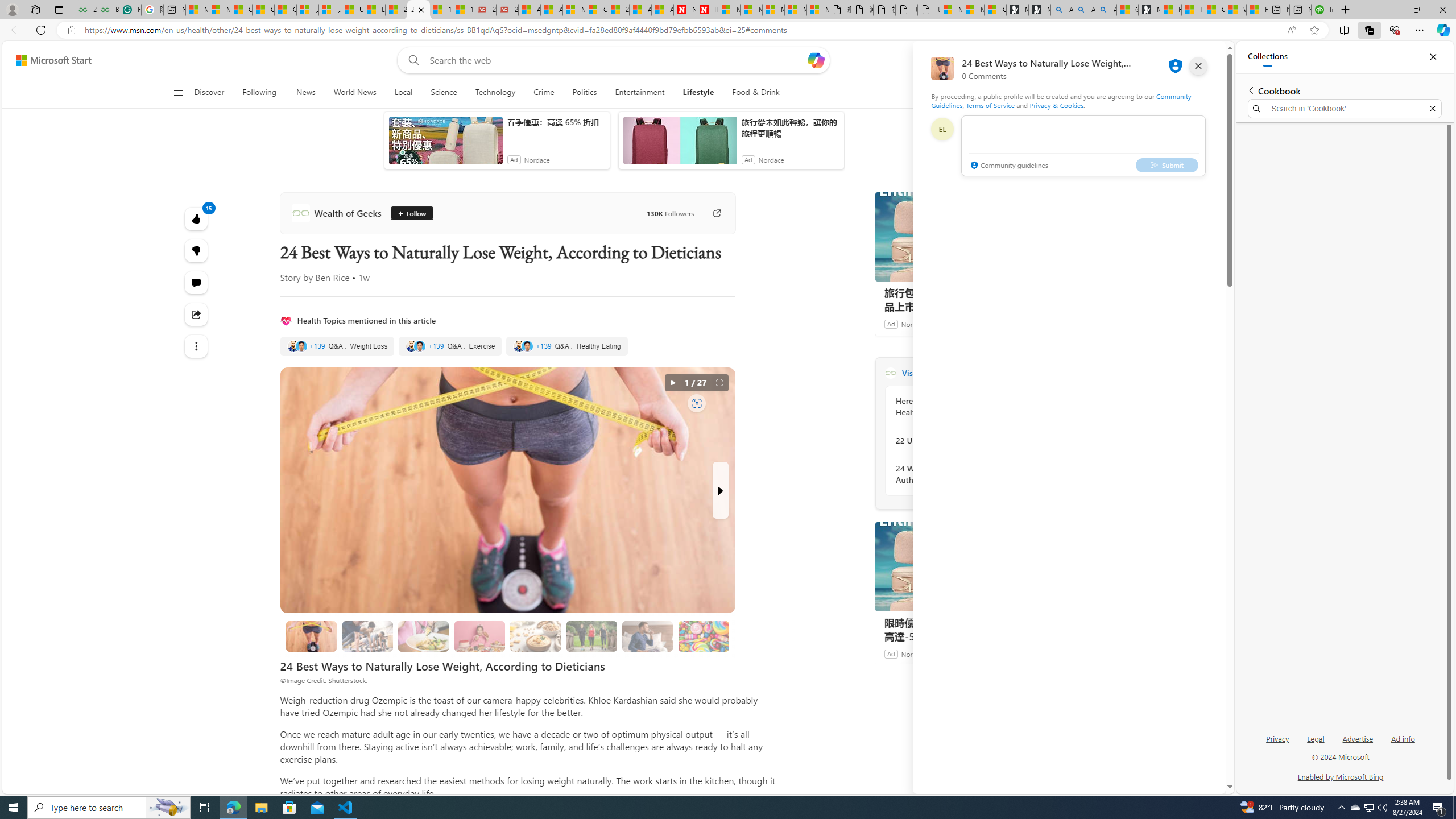 The image size is (1456, 819). Describe the element at coordinates (130, 9) in the screenshot. I see `'Free AI Writing Assistance for Students | Grammarly'` at that location.